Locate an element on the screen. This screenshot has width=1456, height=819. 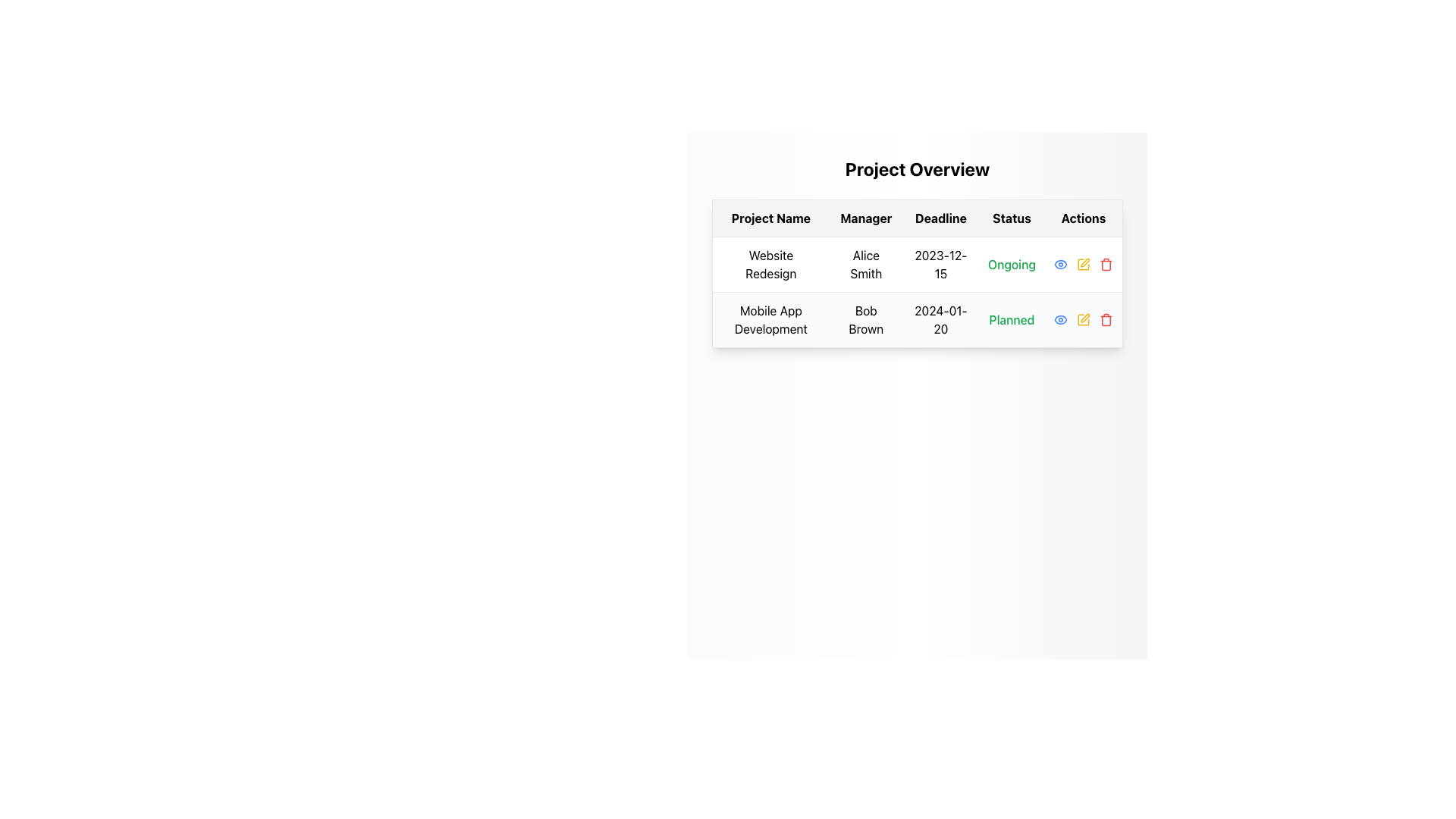
the pen icon button in the Actions column for the 'Website Redesign' project, located between the 'View' and 'Delete' icons is located at coordinates (1084, 317).